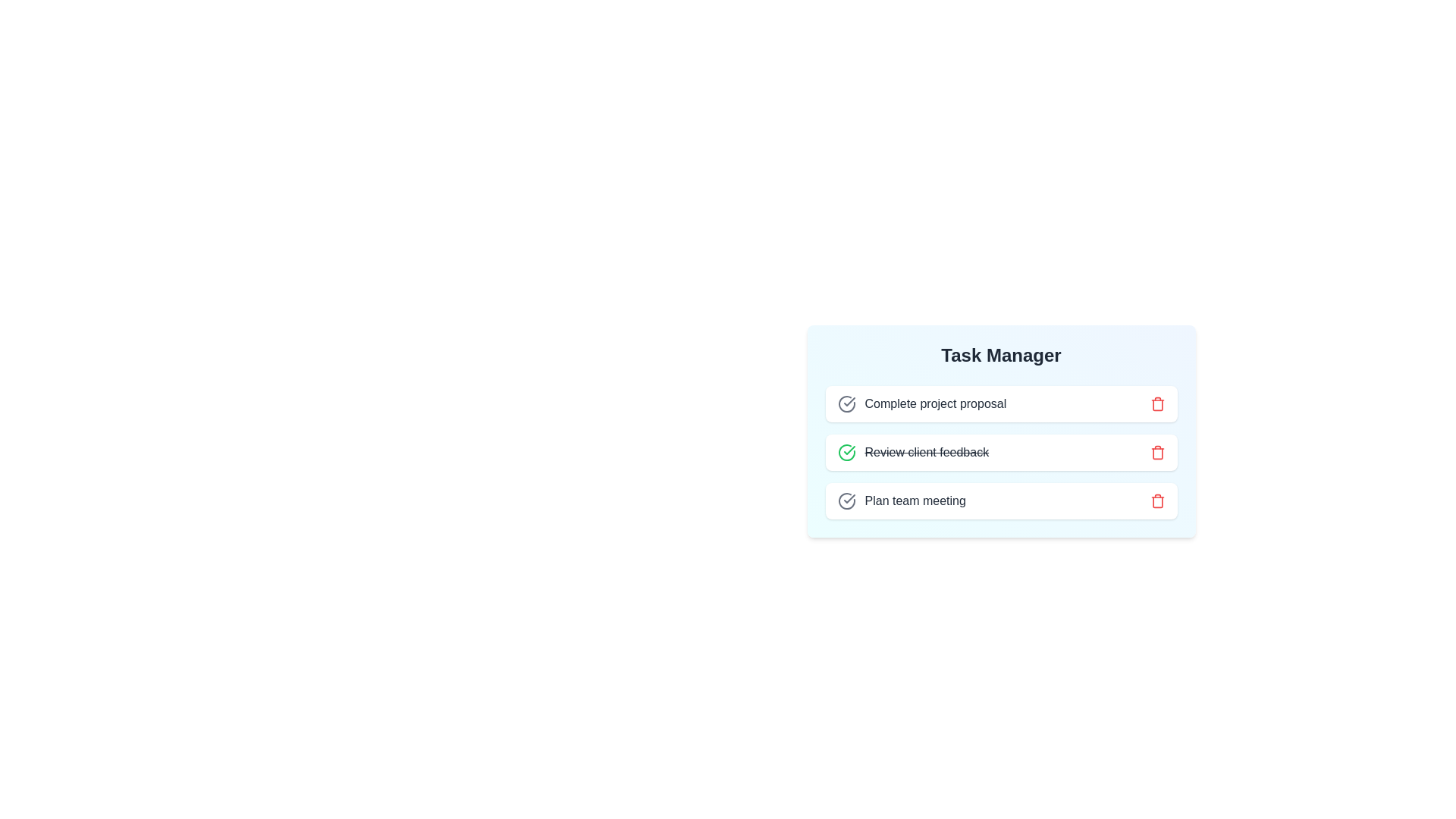  Describe the element at coordinates (1156, 500) in the screenshot. I see `the delete button for the task 'Plan team meeting'` at that location.